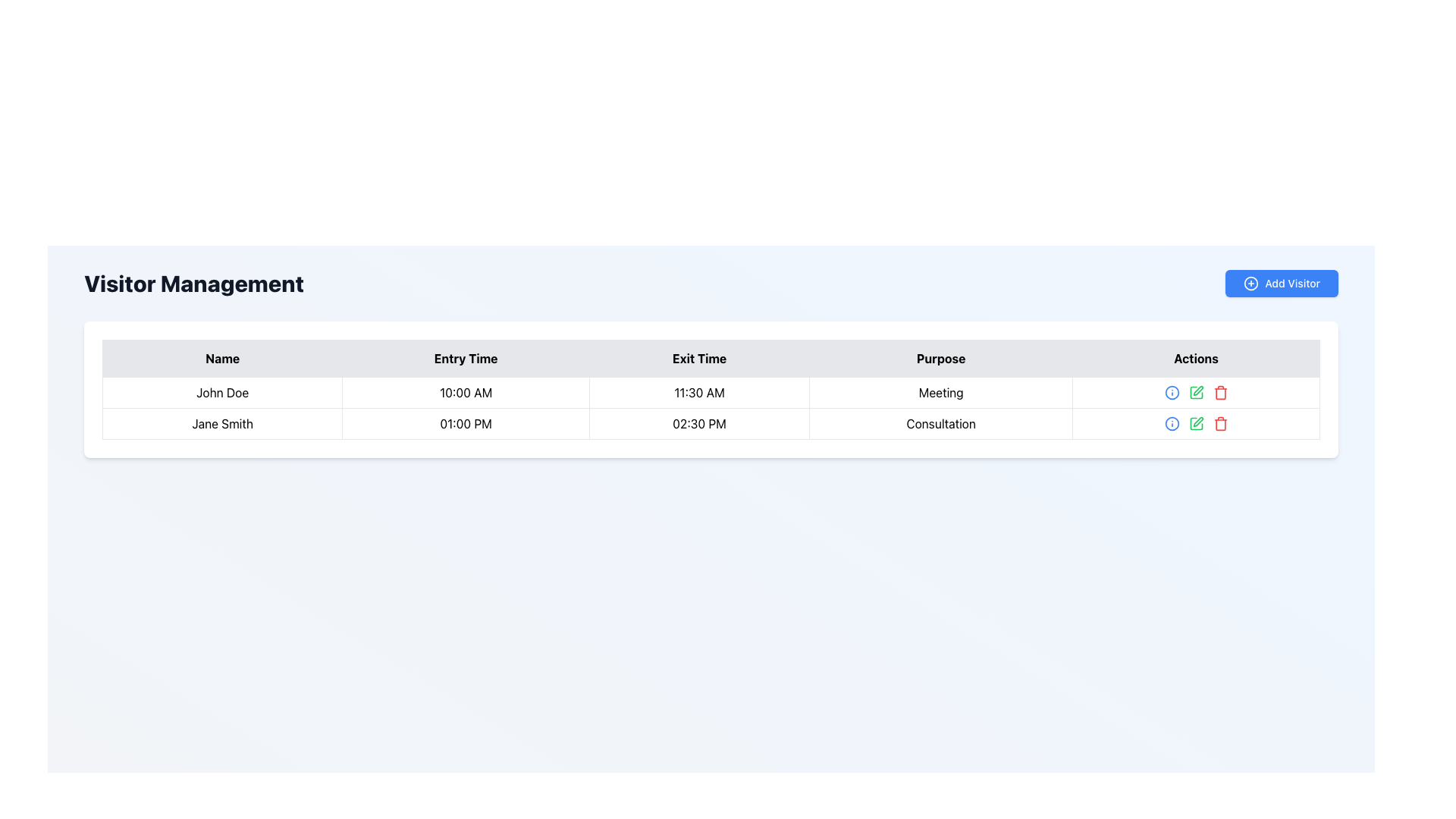 The width and height of the screenshot is (1456, 819). I want to click on the text element that displays the exit time '11:30 AM' for 'John Doe' in the 'Exit Time' column, so click(698, 391).